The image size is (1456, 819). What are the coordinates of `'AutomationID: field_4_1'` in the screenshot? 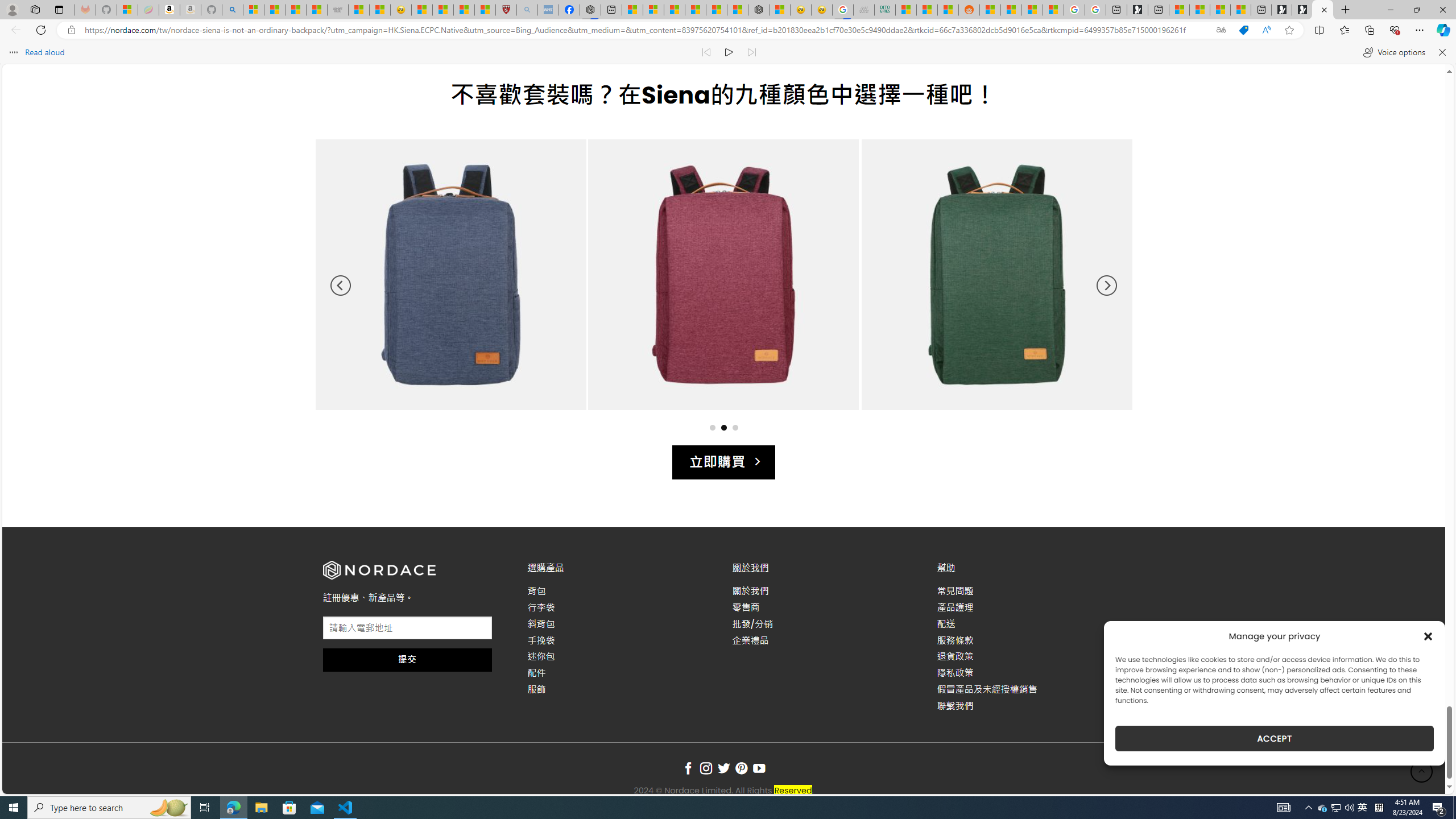 It's located at (406, 628).